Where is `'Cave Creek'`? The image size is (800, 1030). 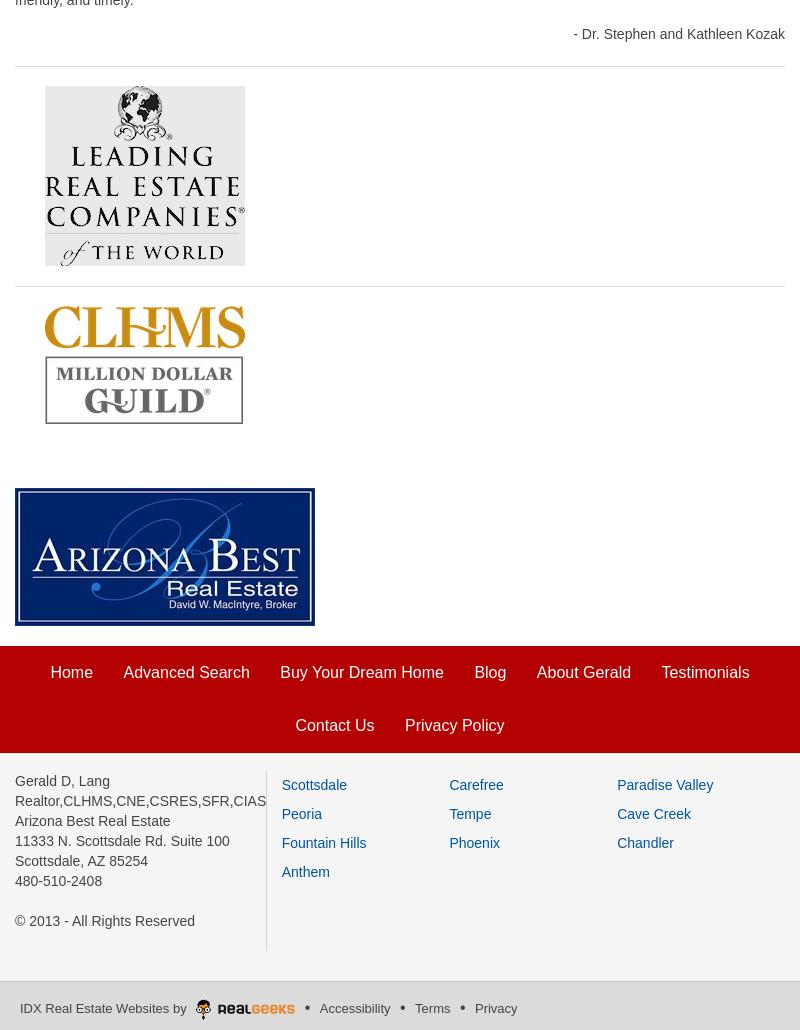 'Cave Creek' is located at coordinates (653, 811).